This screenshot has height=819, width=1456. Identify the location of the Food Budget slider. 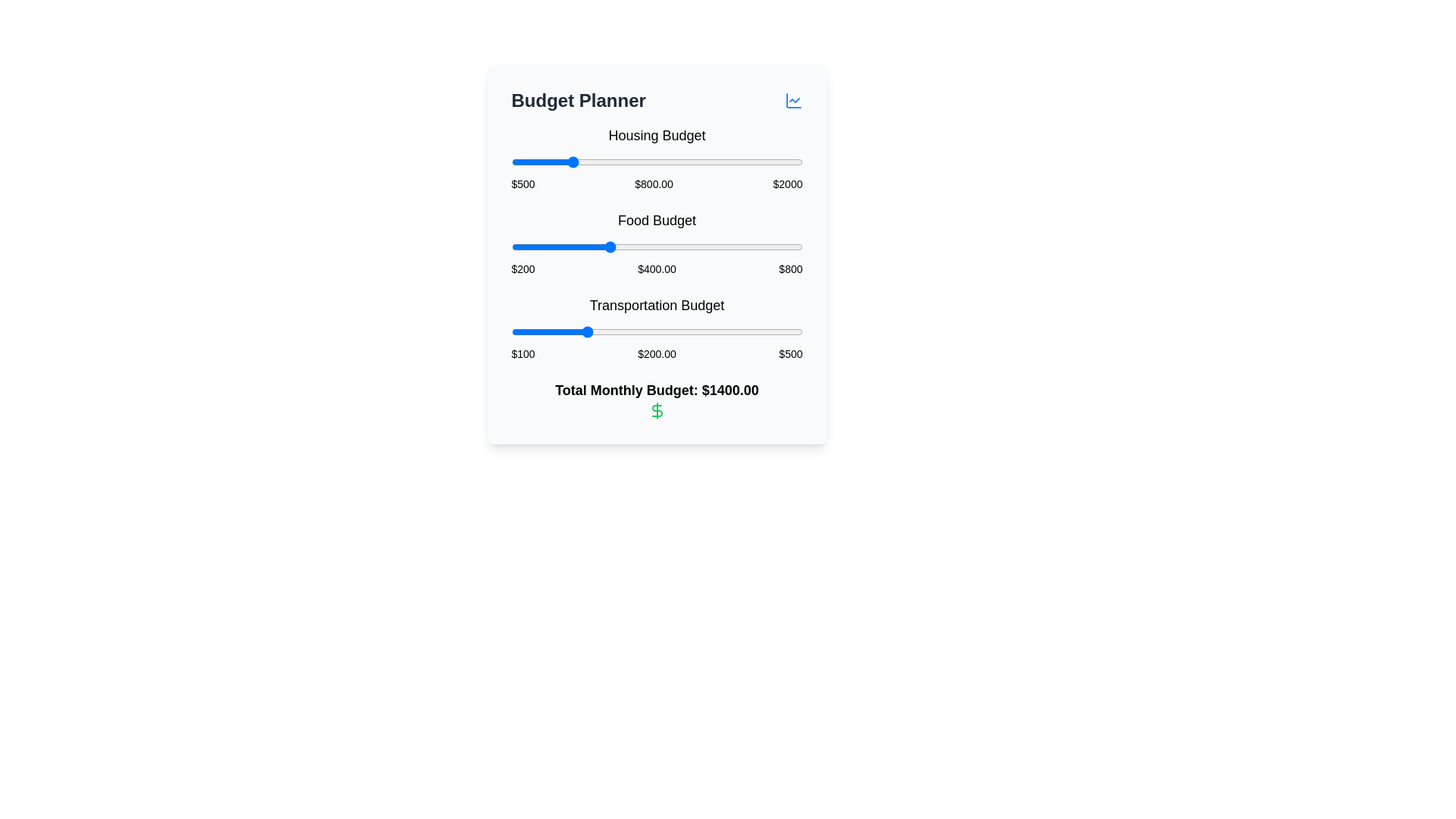
(641, 246).